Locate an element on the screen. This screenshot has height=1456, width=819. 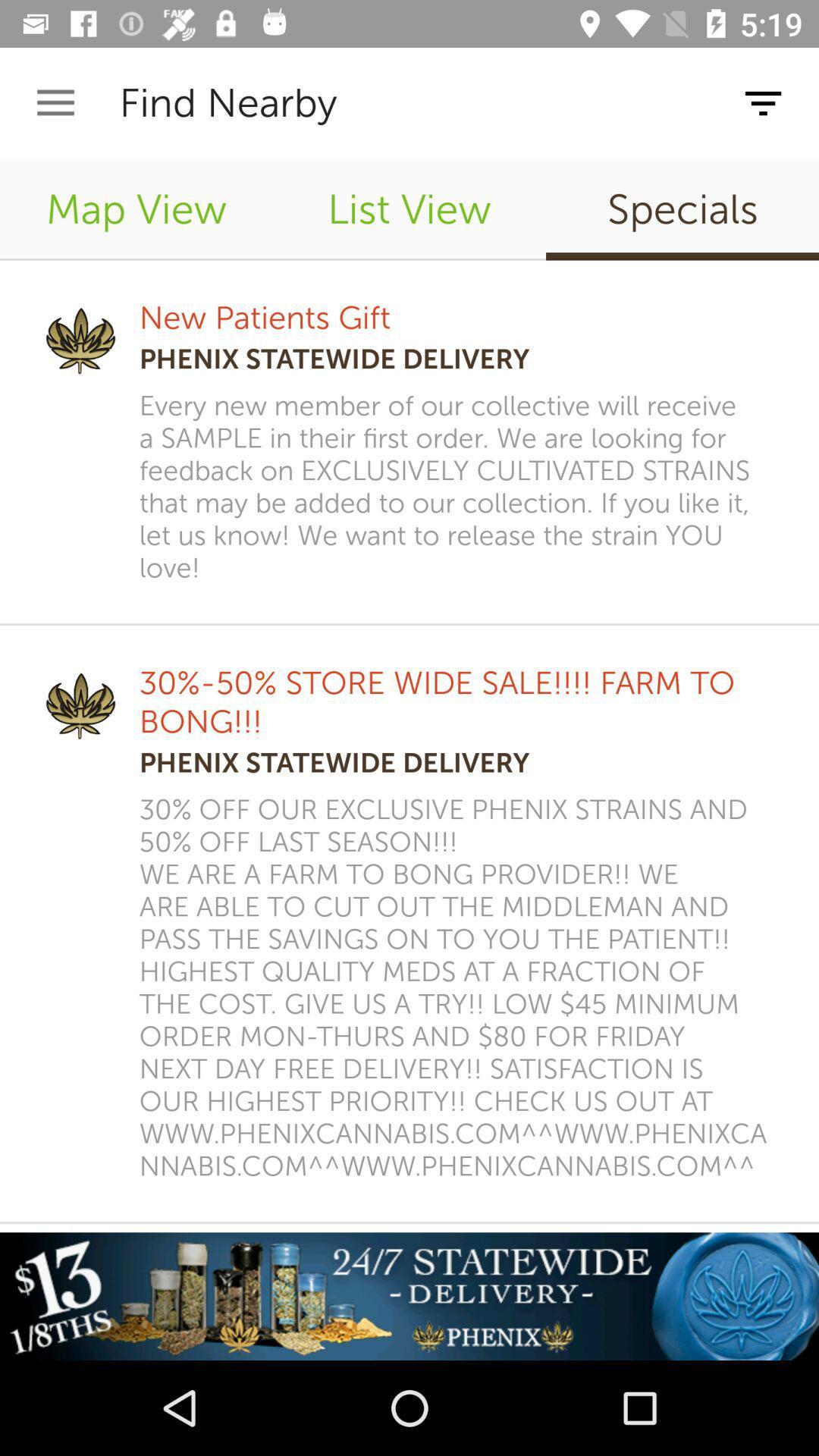
the every new member icon is located at coordinates (458, 487).